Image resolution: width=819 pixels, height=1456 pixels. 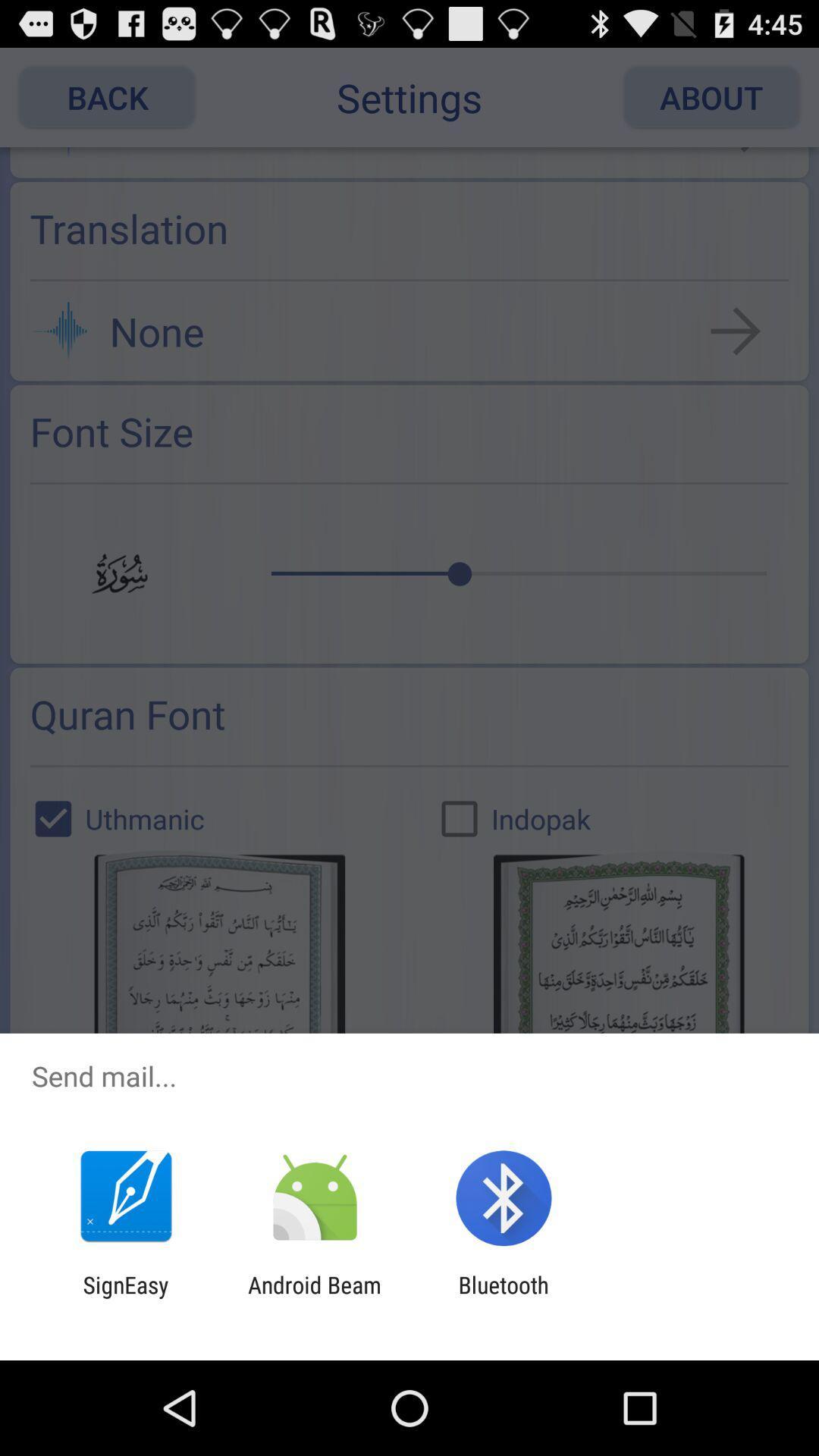 What do you see at coordinates (314, 1298) in the screenshot?
I see `app to the left of bluetooth app` at bounding box center [314, 1298].